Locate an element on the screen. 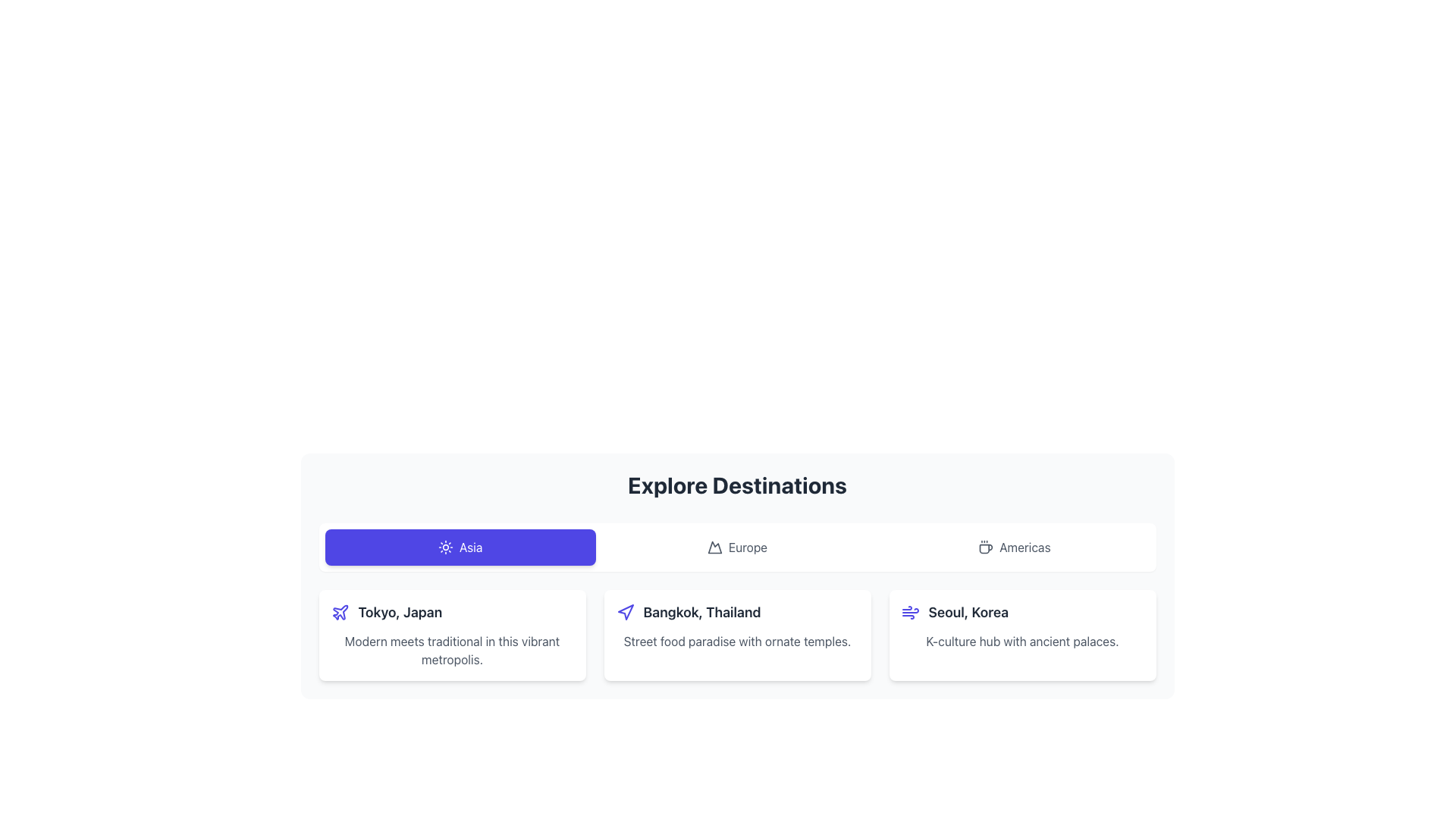 This screenshot has width=1456, height=819. the 'Bangkok, Thailand' text with the navigation arrow icon is located at coordinates (737, 611).